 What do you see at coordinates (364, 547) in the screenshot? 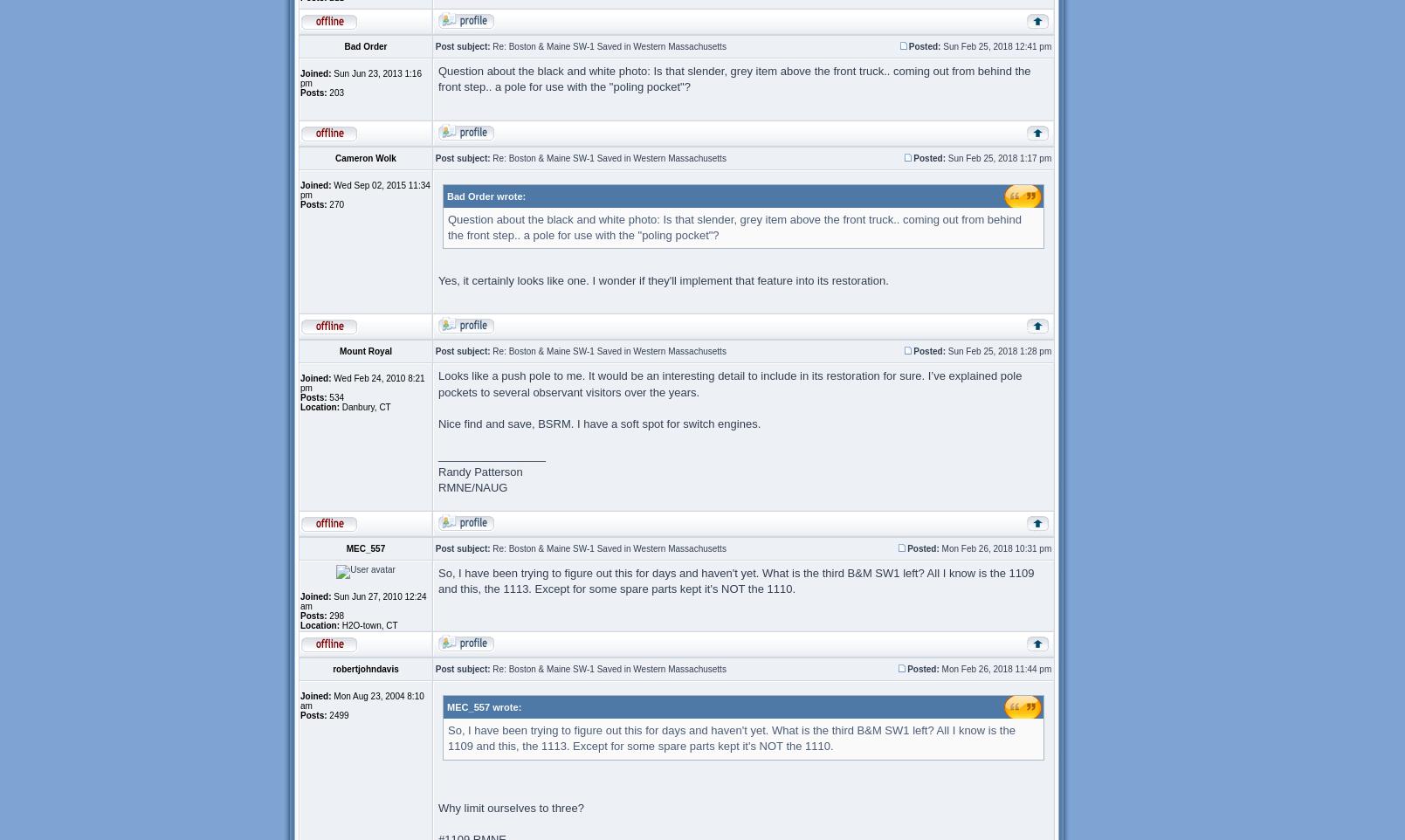
I see `'MEC_557'` at bounding box center [364, 547].